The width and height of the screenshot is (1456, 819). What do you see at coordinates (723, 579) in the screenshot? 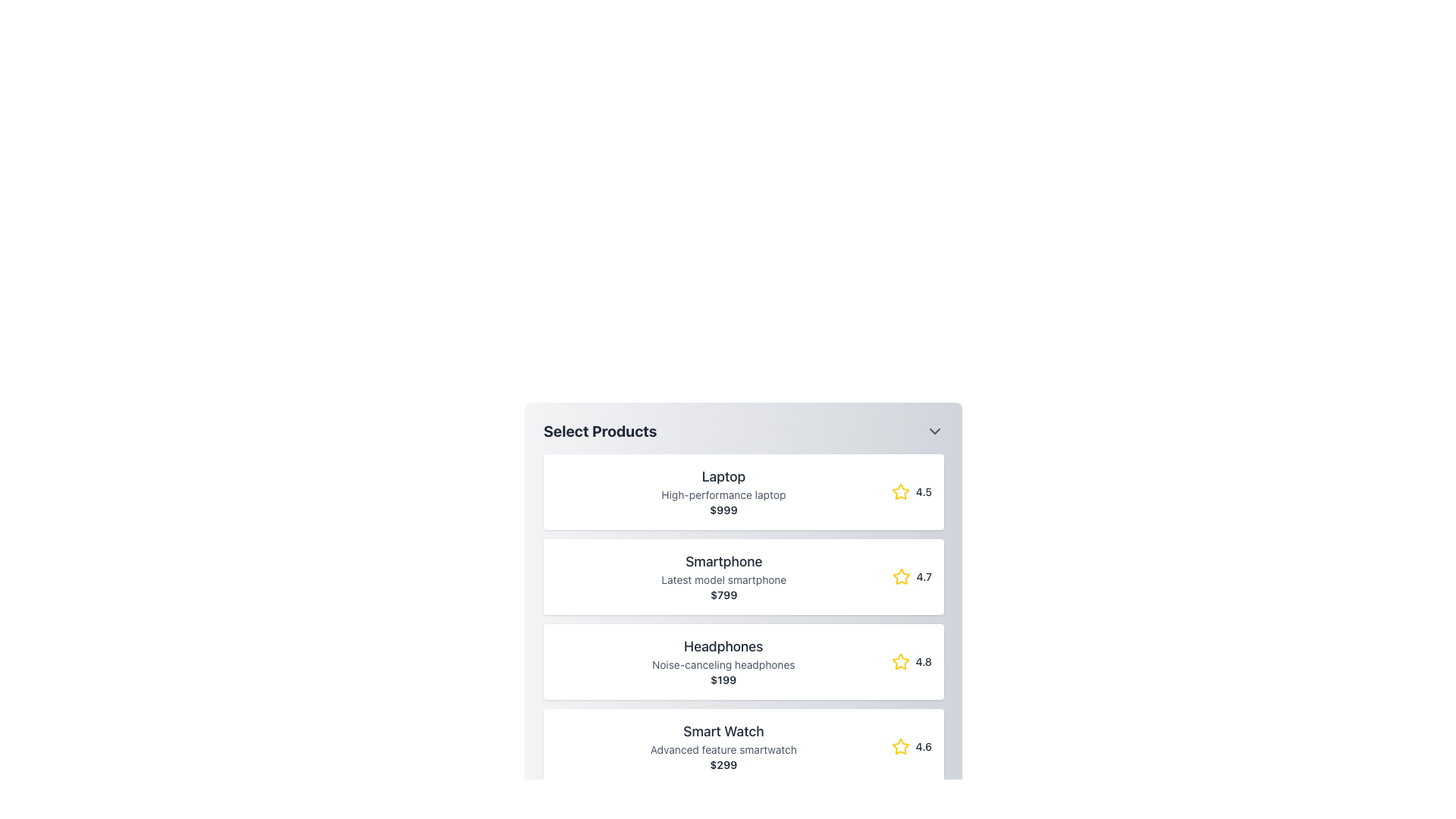
I see `the descriptive text label for the product 'Smartphone', which is positioned below the title and above the price` at bounding box center [723, 579].